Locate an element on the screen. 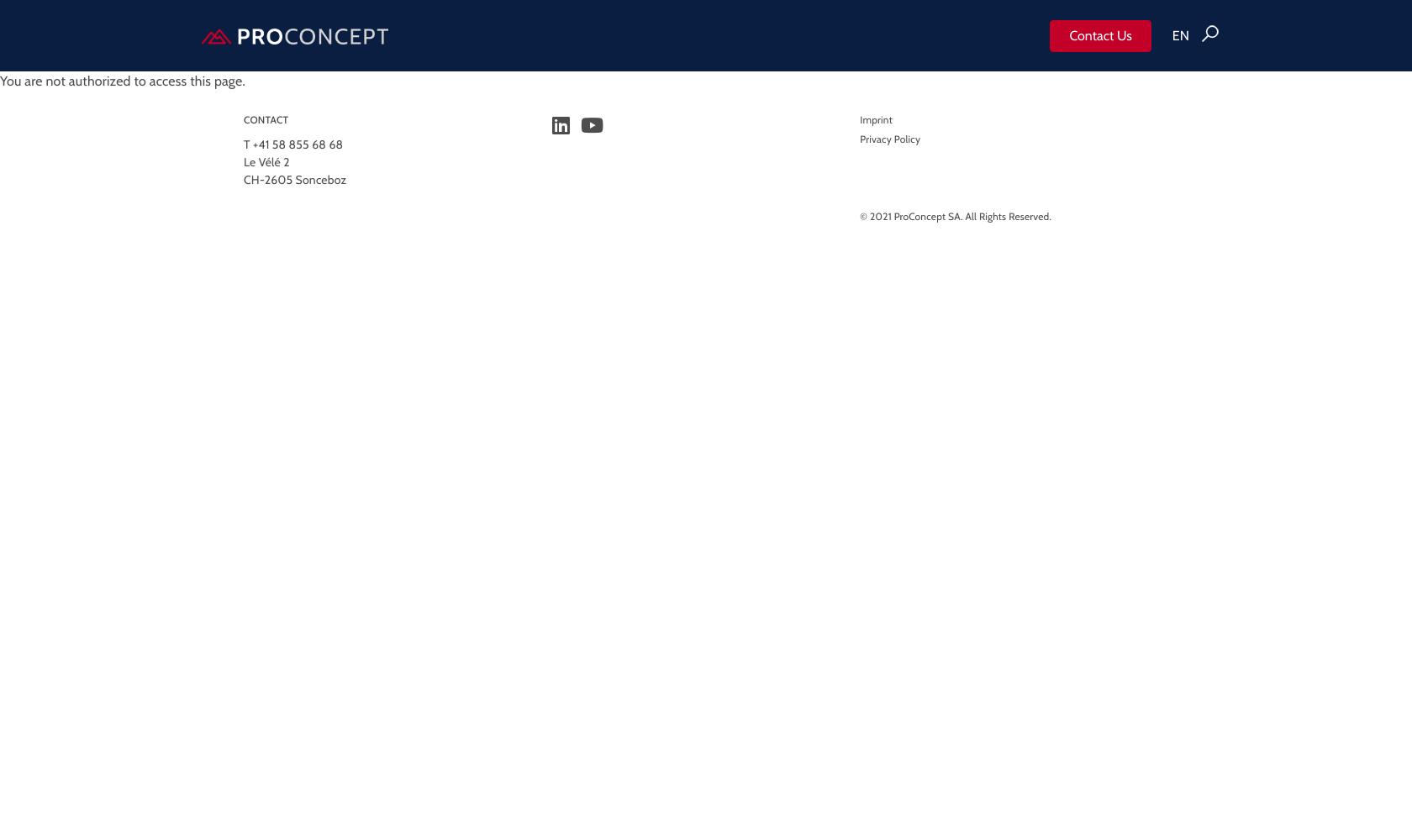 This screenshot has height=840, width=1412. 'en' is located at coordinates (1172, 34).